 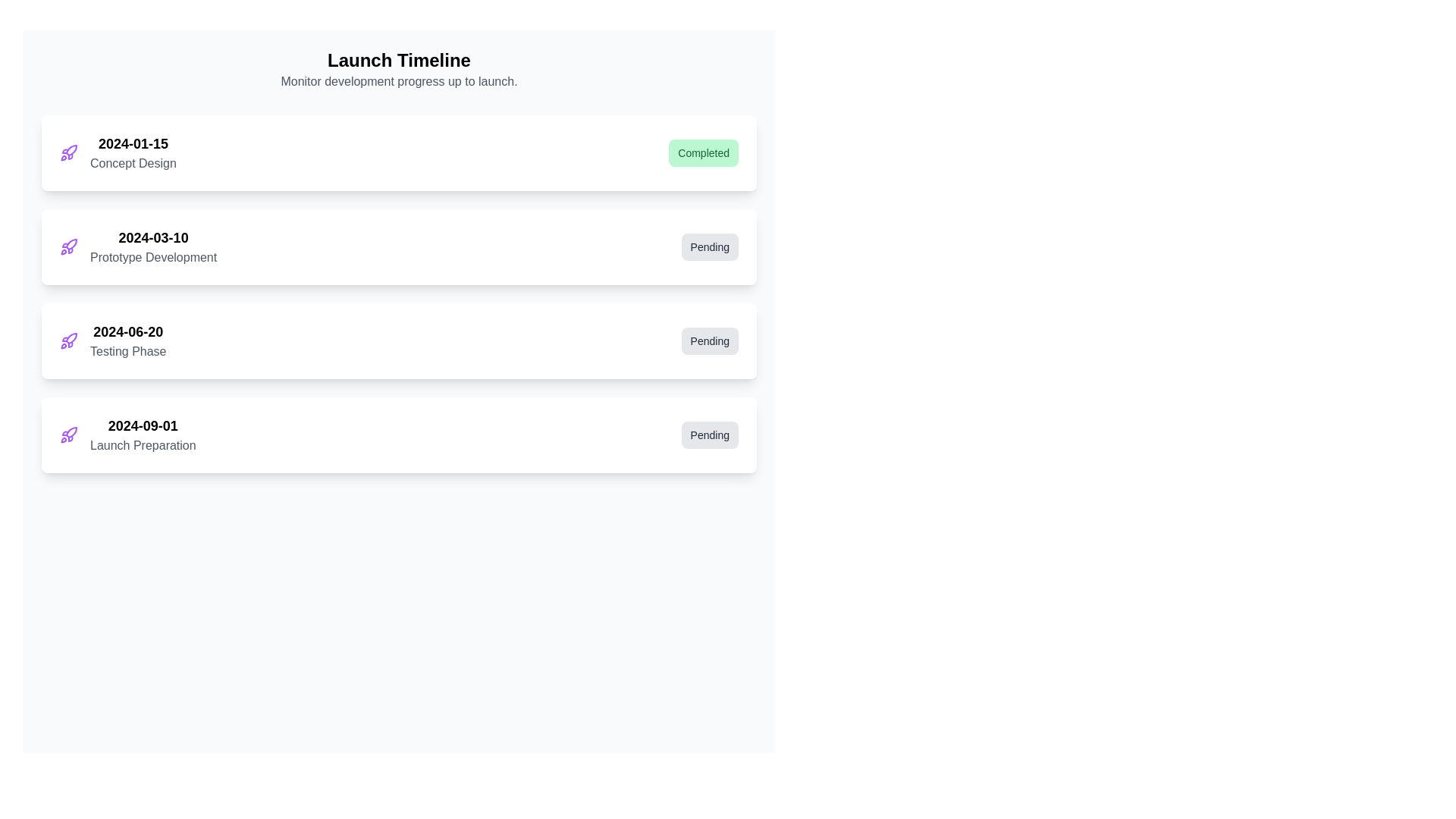 What do you see at coordinates (68, 341) in the screenshot?
I see `the rocket icon representing progress for the timeline entry dated 2024-06-20, which is located to the left of the text 'Testing Phase'` at bounding box center [68, 341].